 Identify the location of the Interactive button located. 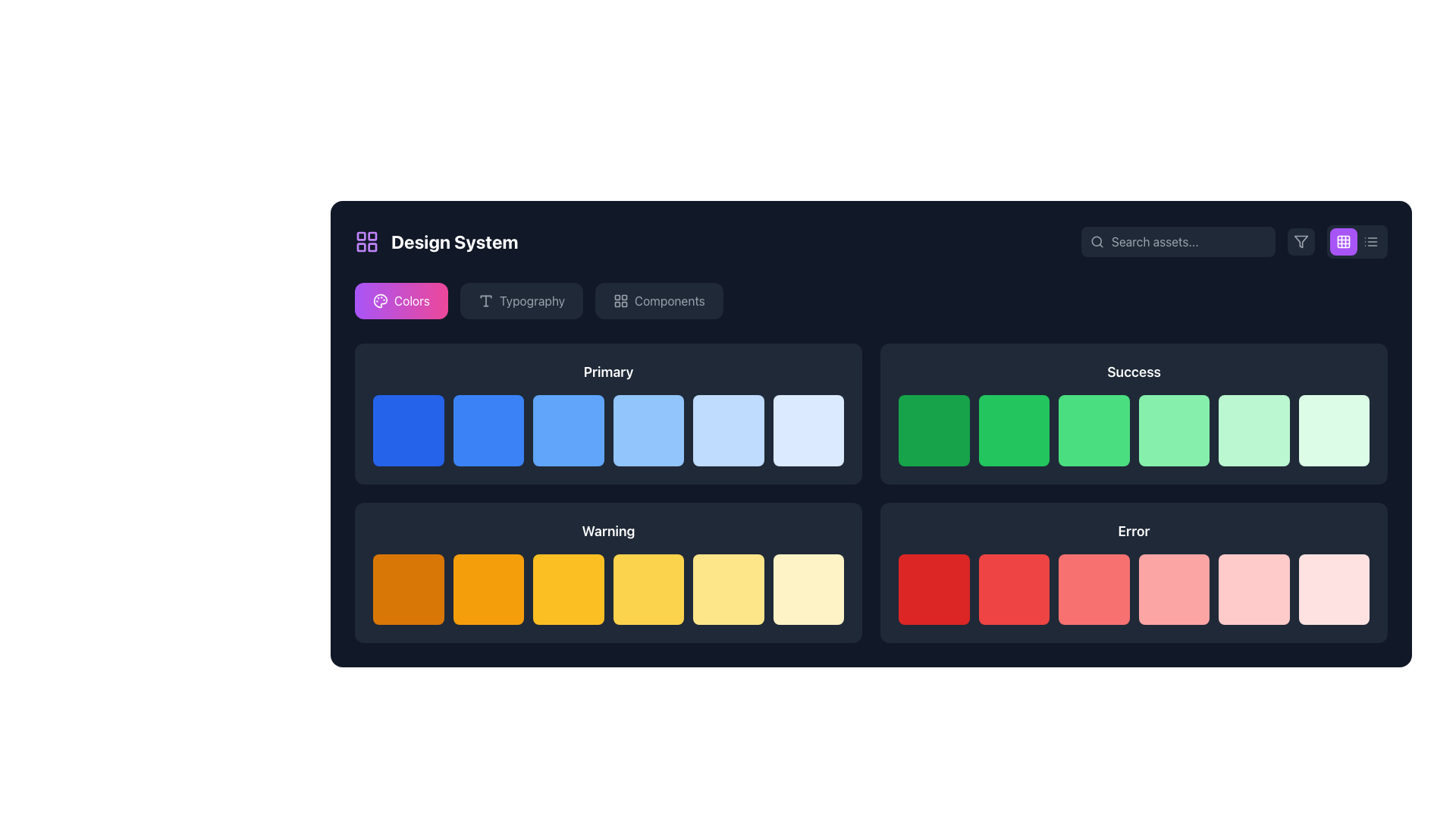
(659, 301).